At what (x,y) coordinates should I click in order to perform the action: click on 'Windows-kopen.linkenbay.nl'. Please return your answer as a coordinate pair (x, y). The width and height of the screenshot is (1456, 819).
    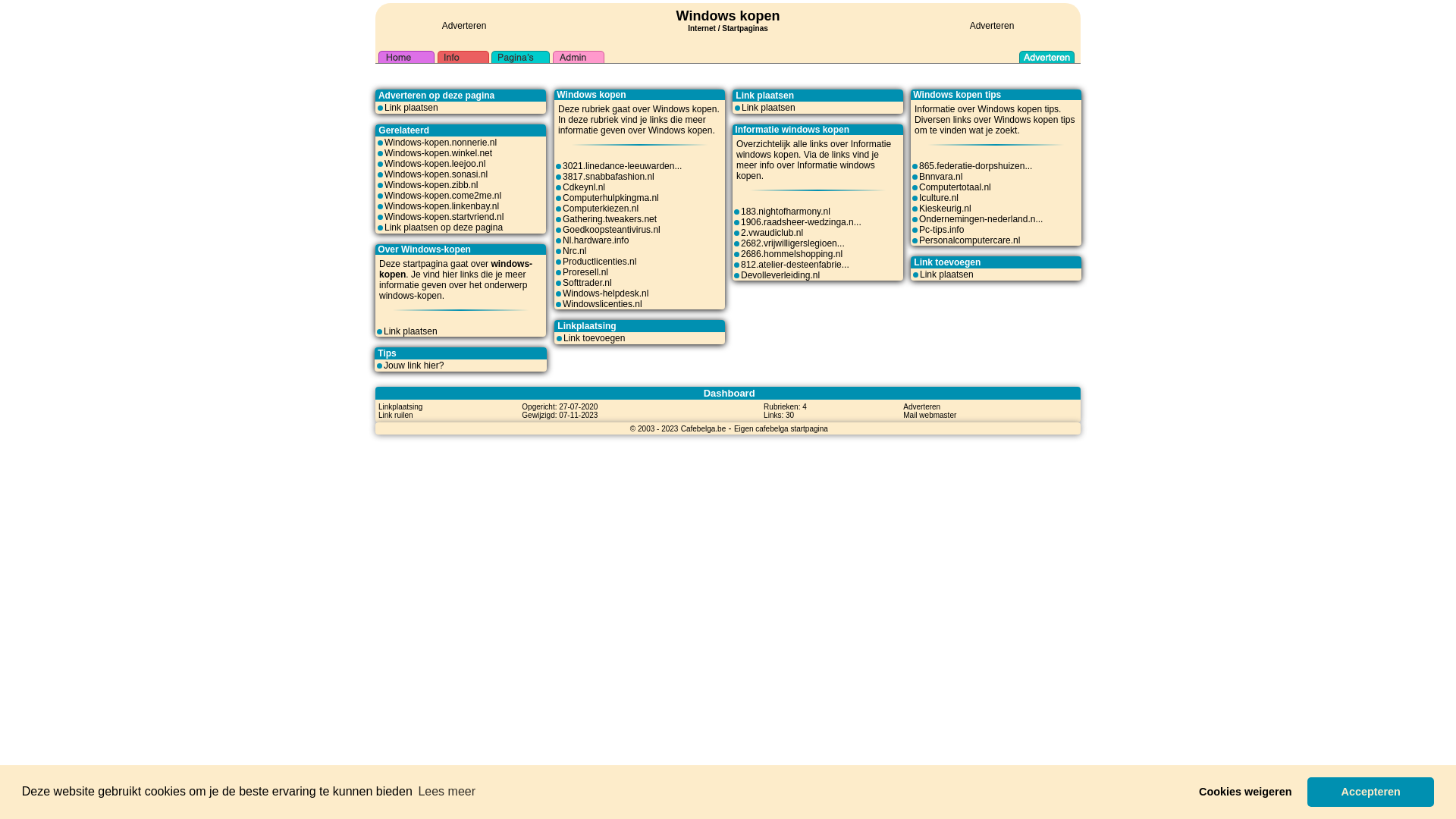
    Looking at the image, I should click on (441, 206).